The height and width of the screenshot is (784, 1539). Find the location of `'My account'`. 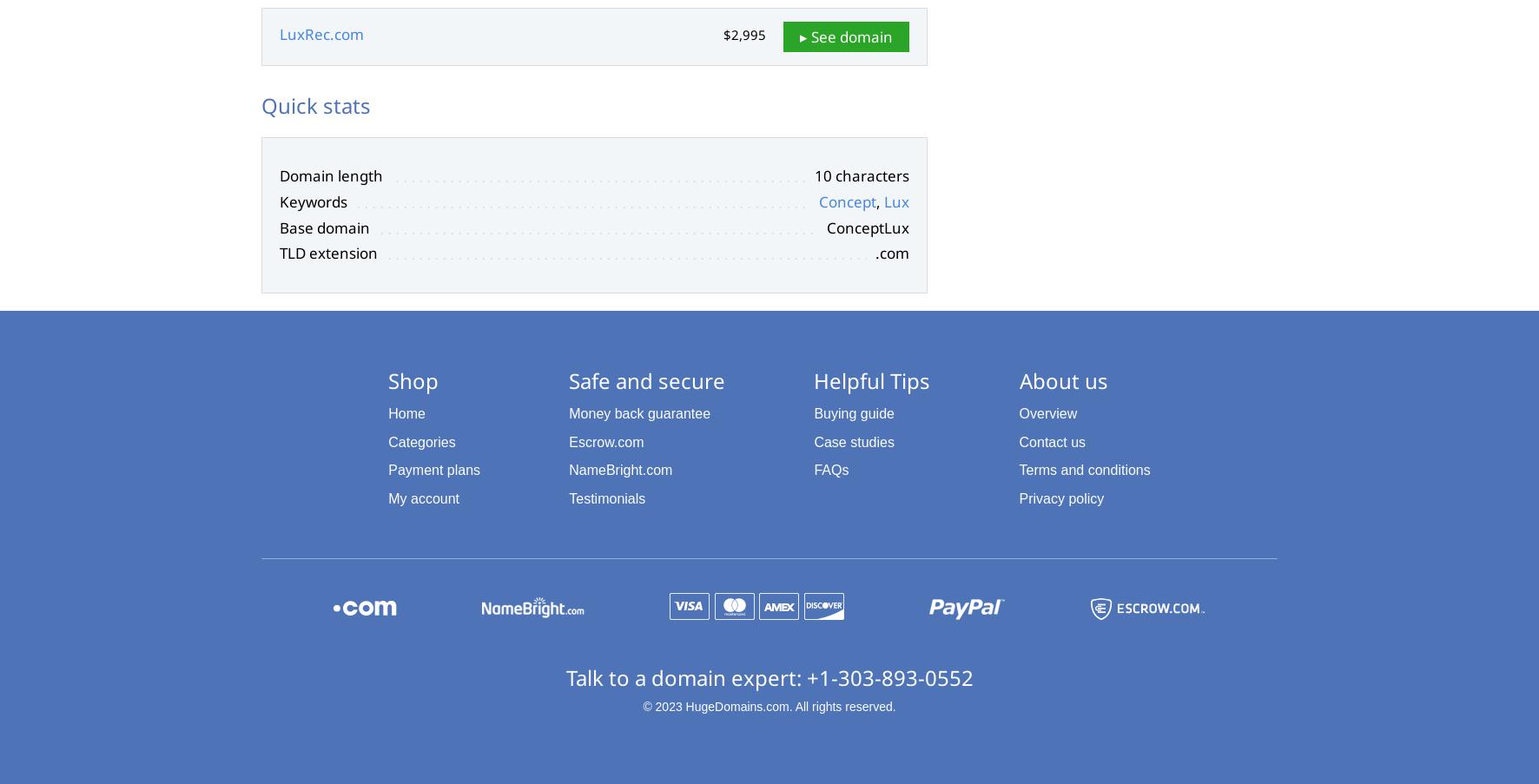

'My account' is located at coordinates (423, 497).